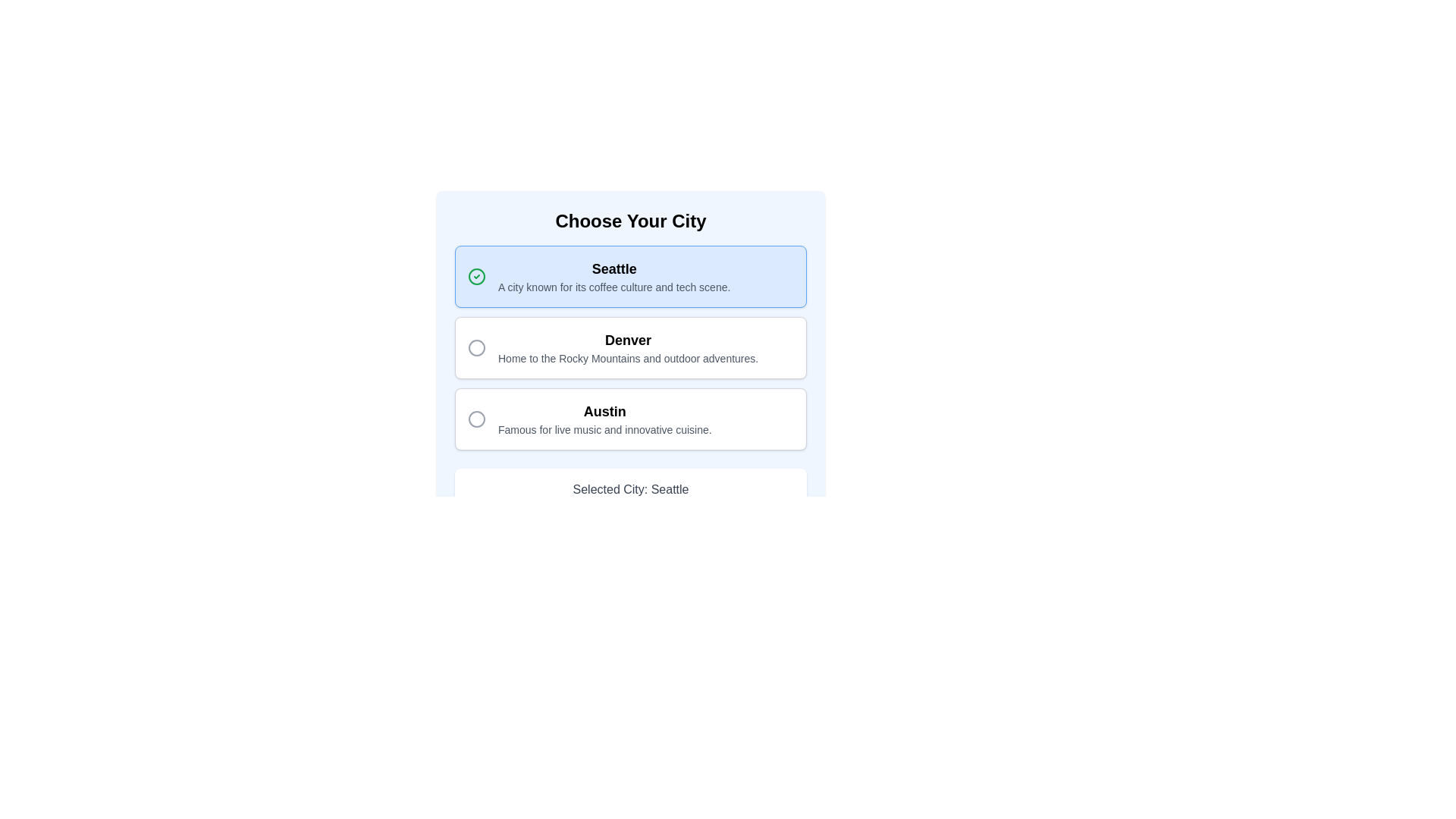 This screenshot has height=819, width=1456. Describe the element at coordinates (630, 419) in the screenshot. I see `the third selectable card in the list` at that location.